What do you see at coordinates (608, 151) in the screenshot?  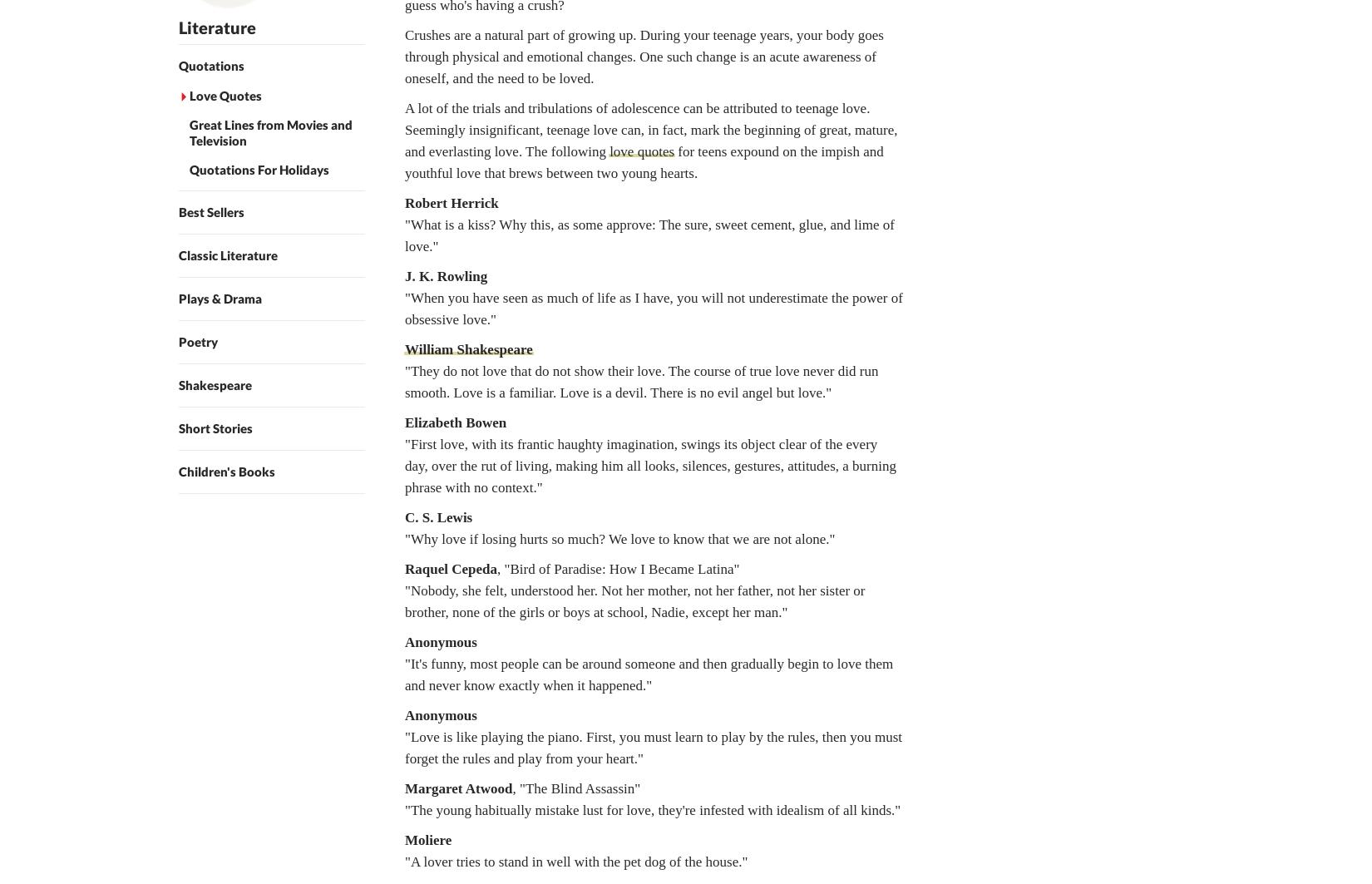 I see `'love quotes'` at bounding box center [608, 151].